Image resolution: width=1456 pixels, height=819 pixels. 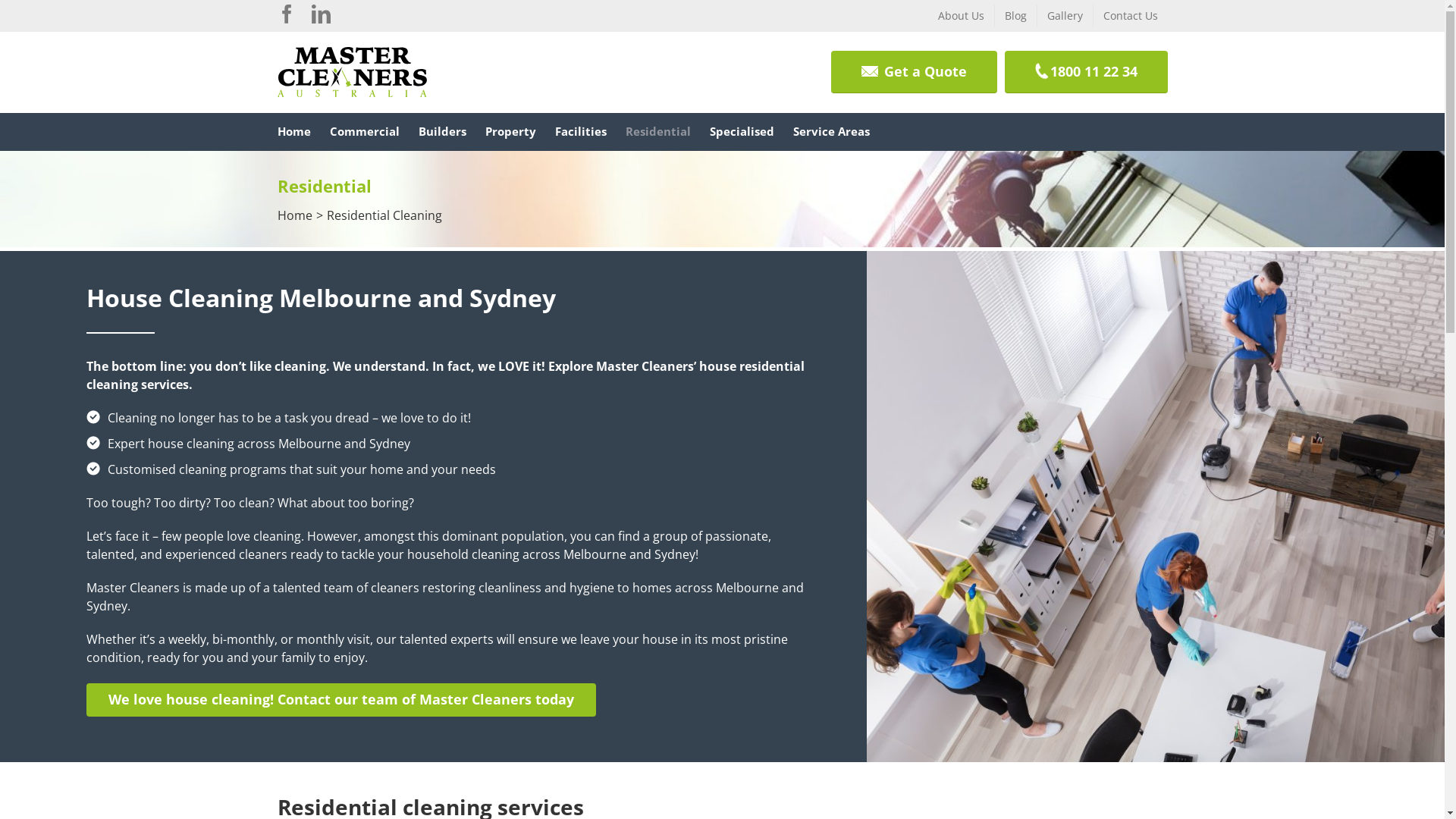 What do you see at coordinates (960, 15) in the screenshot?
I see `'About Us'` at bounding box center [960, 15].